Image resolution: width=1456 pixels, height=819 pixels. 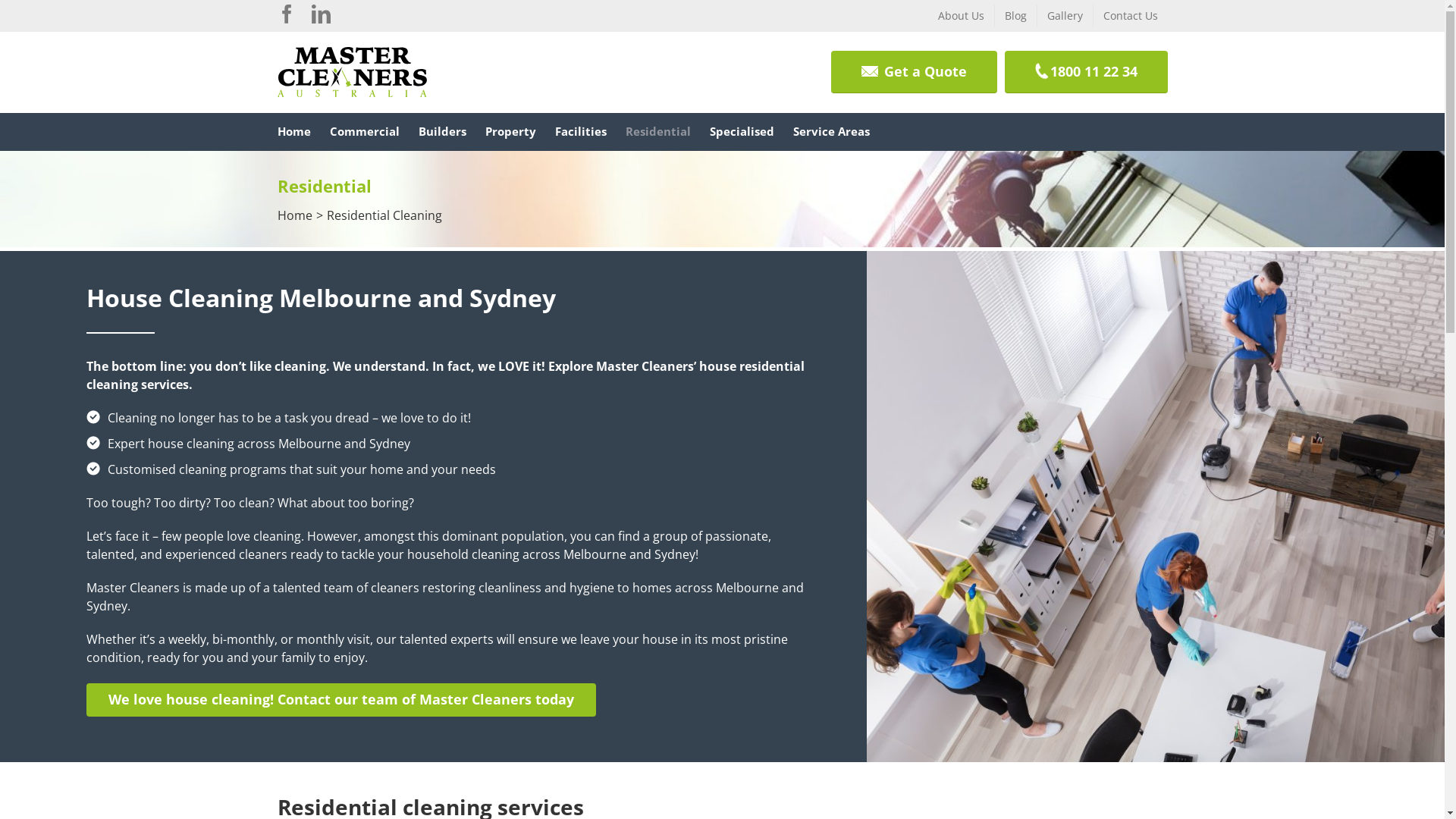 What do you see at coordinates (960, 15) in the screenshot?
I see `'About Us'` at bounding box center [960, 15].